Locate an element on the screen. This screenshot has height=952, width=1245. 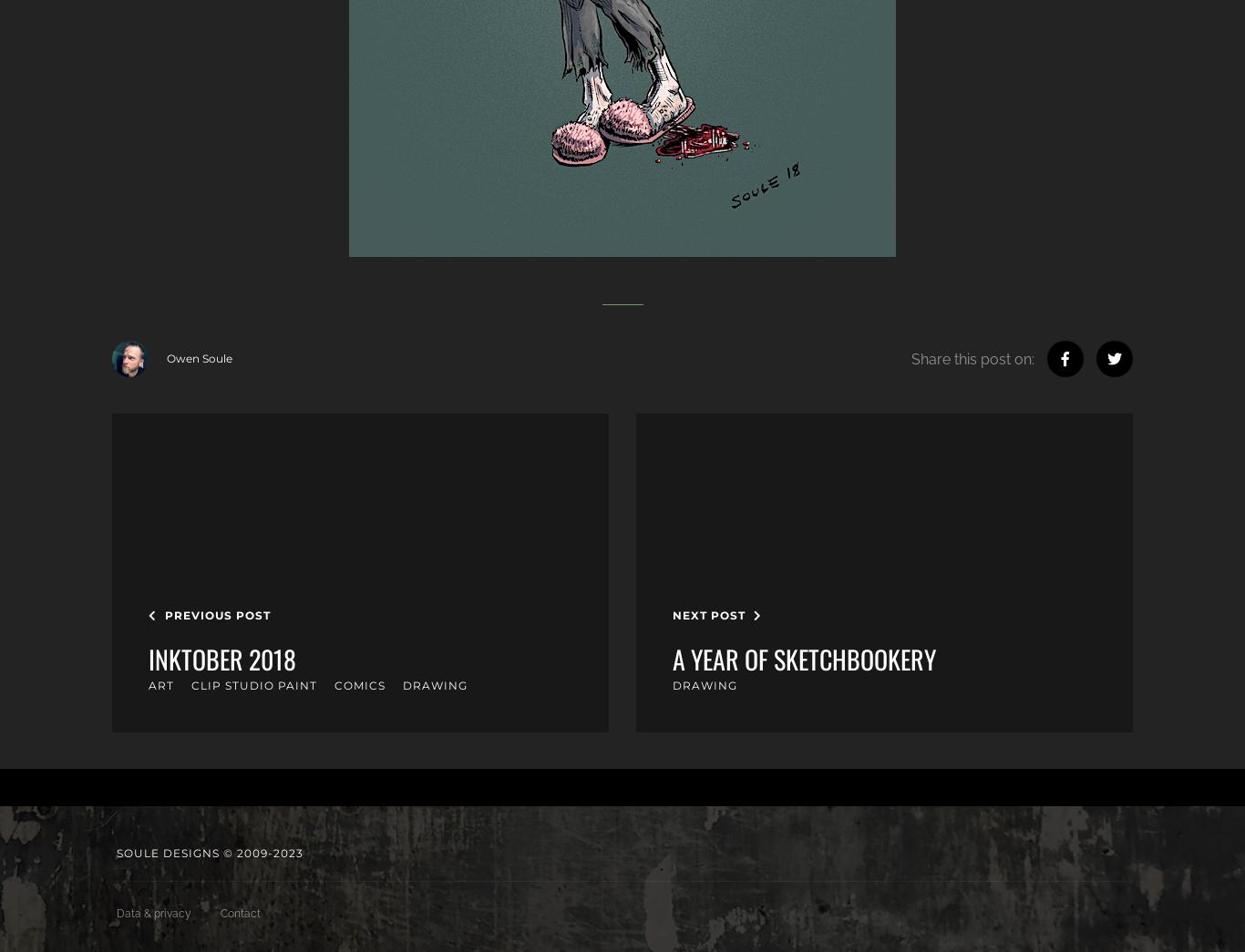
'A Year of Sketchbookery' is located at coordinates (673, 657).